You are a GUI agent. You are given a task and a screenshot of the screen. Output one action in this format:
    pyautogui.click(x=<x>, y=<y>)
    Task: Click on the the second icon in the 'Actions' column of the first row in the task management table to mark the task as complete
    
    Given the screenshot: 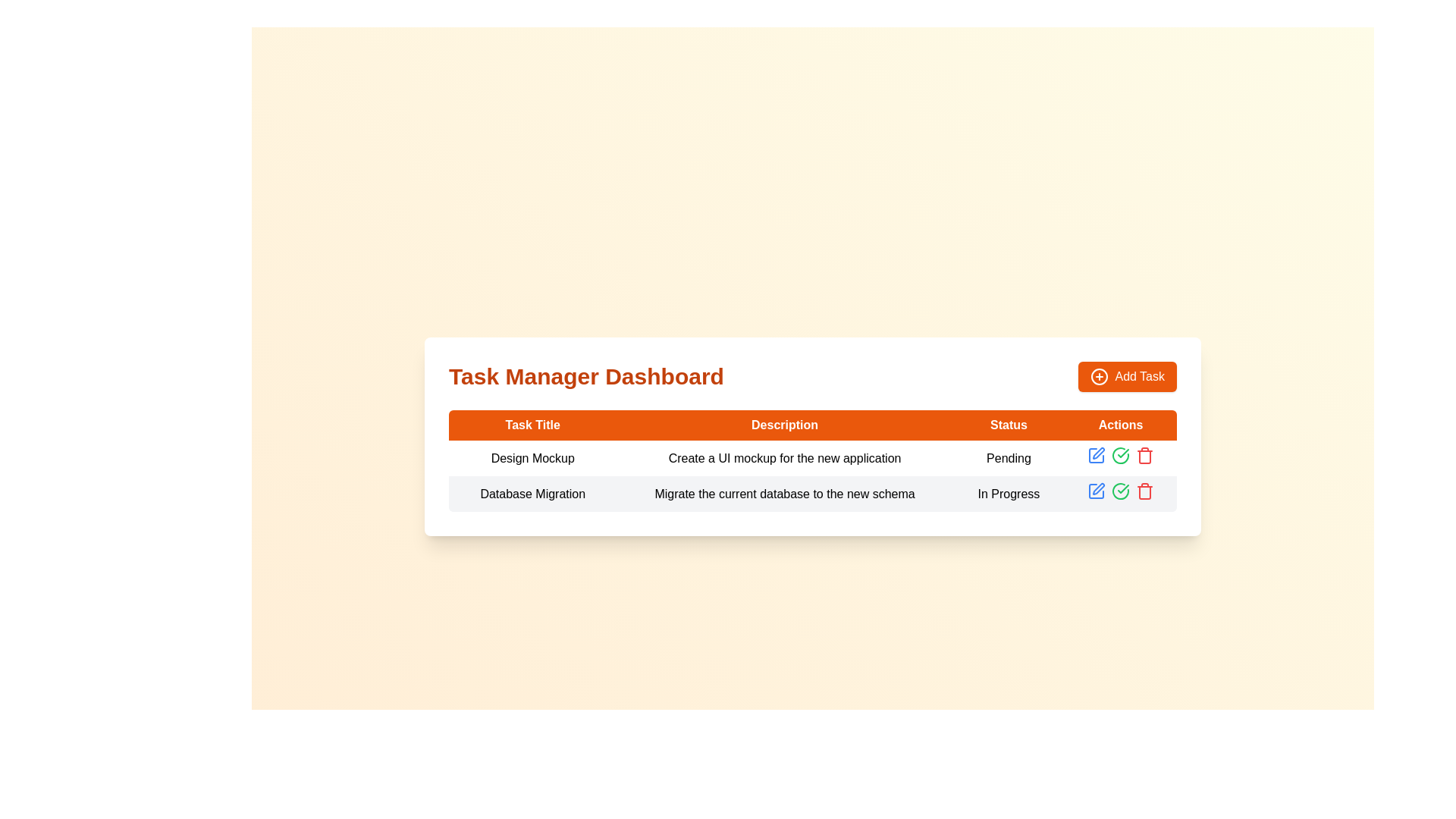 What is the action you would take?
    pyautogui.click(x=1121, y=457)
    